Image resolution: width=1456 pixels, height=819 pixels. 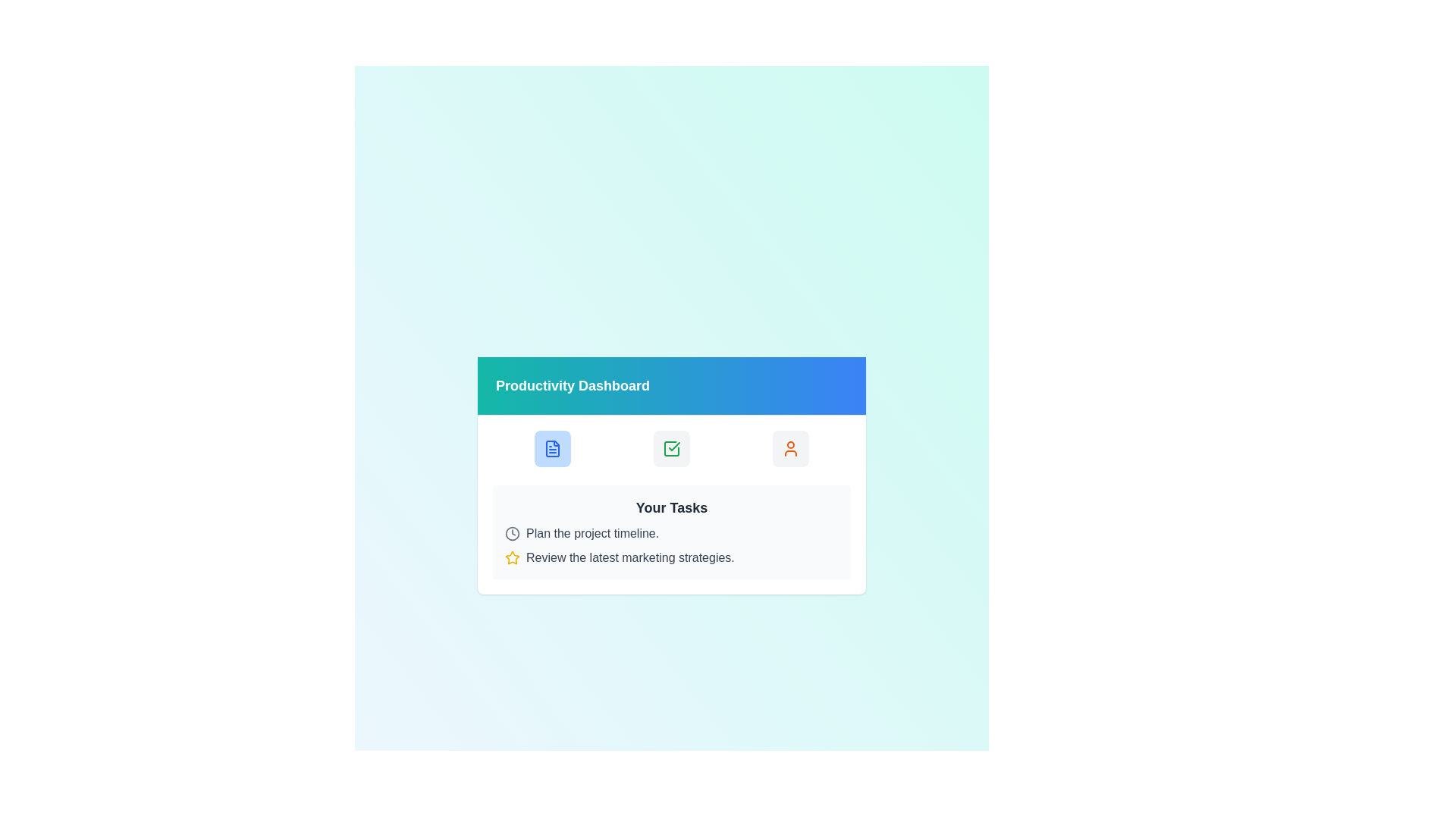 What do you see at coordinates (513, 532) in the screenshot?
I see `the time-related icon located to the left of the text 'Plan the project timeline.'` at bounding box center [513, 532].